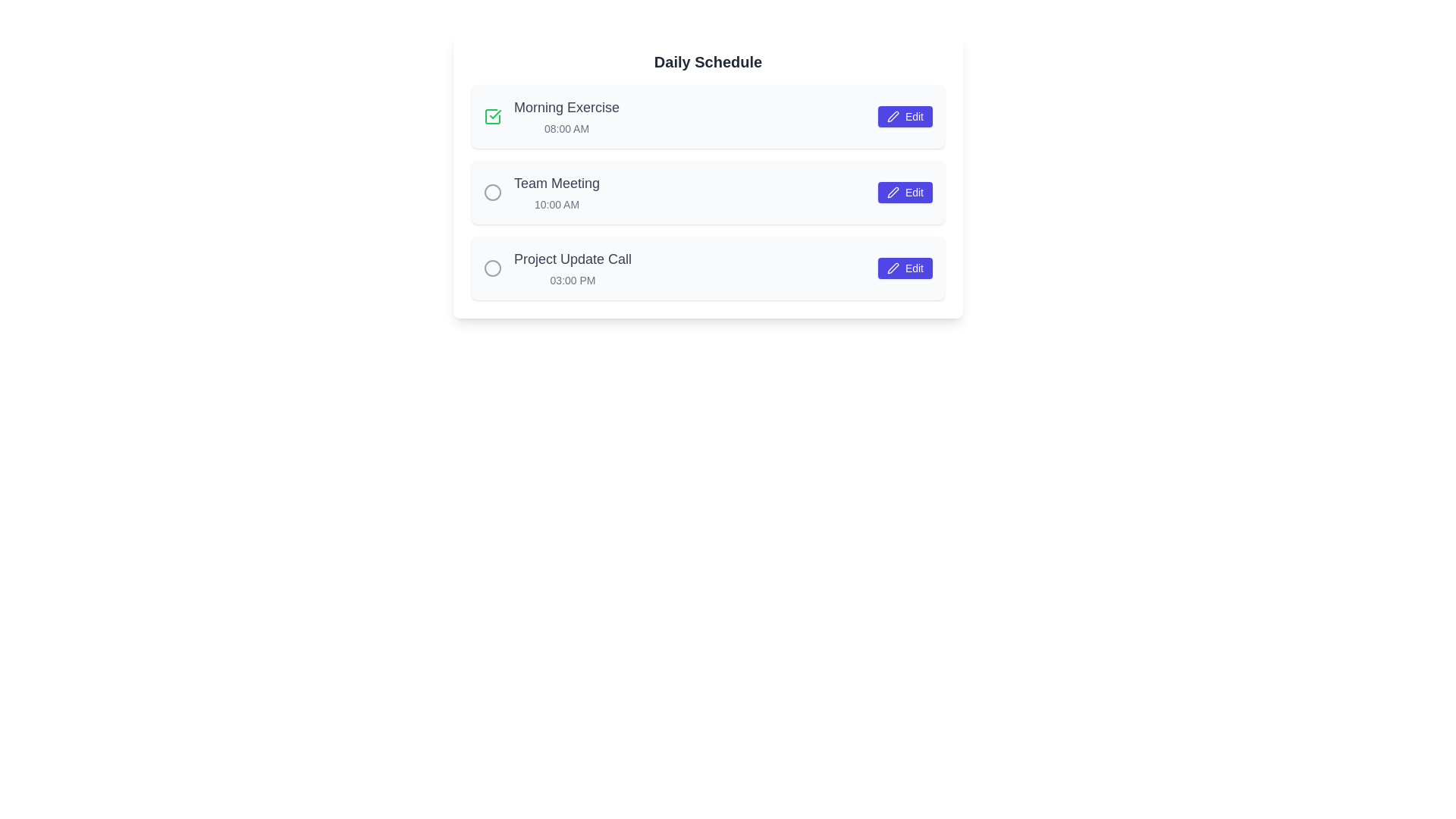 This screenshot has width=1456, height=819. What do you see at coordinates (556, 192) in the screenshot?
I see `the text block displaying 'Team Meeting' with the time '10:00 AM', which is the second item in the daily schedule section` at bounding box center [556, 192].